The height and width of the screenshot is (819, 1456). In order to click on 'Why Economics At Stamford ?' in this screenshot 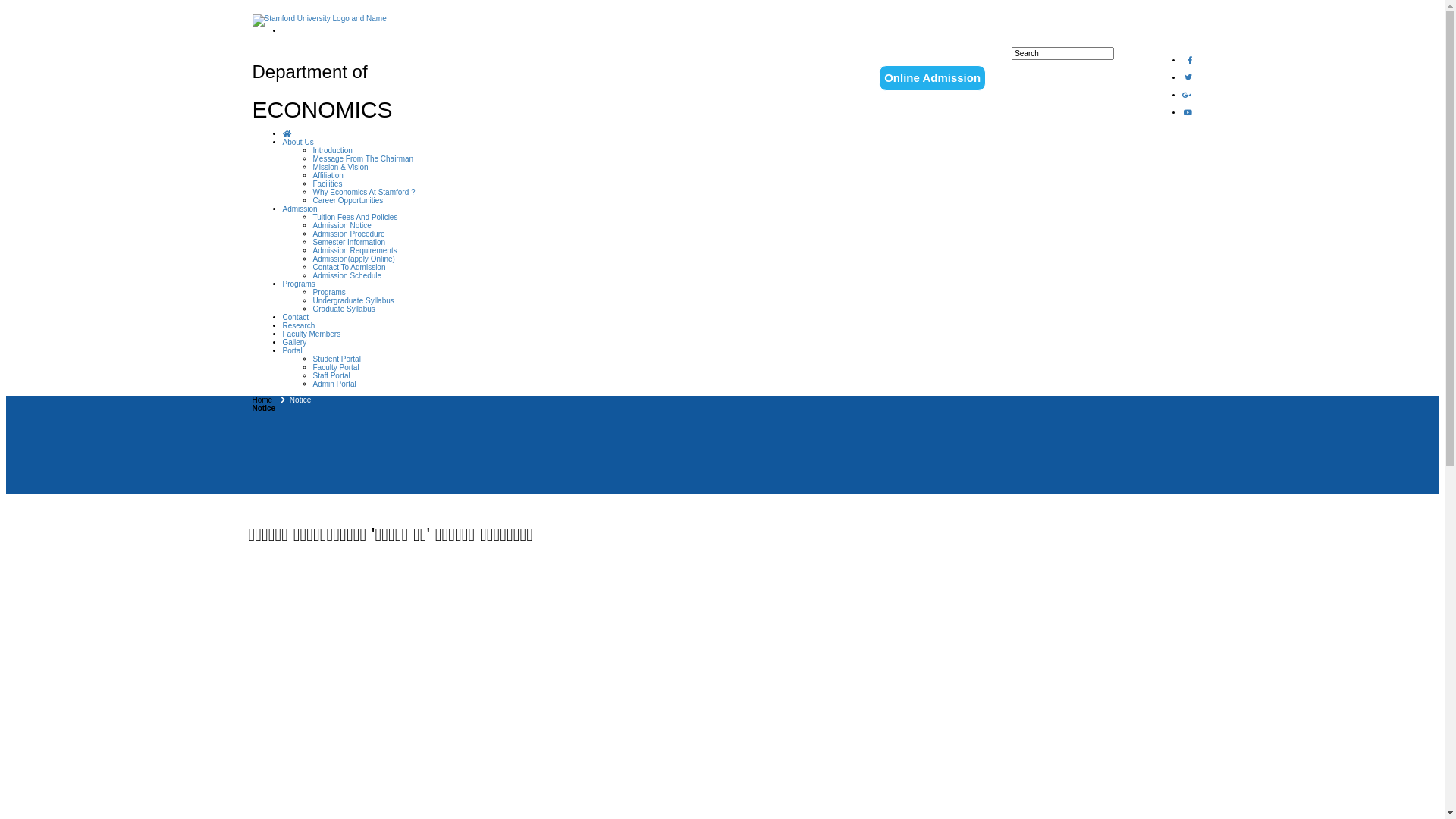, I will do `click(362, 191)`.